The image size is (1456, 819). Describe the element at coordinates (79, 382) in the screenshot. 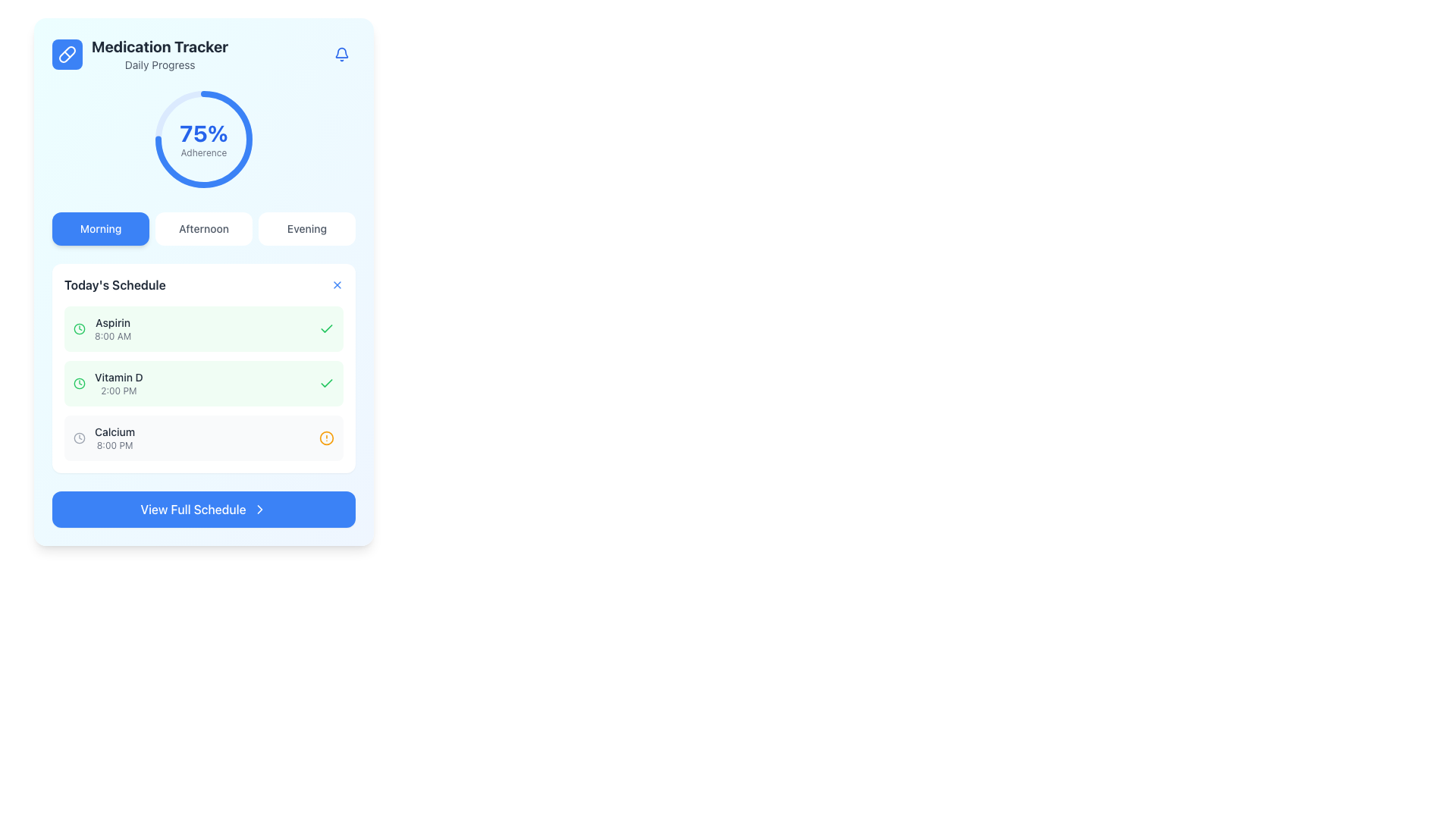

I see `the circular status indicator within the SVG graphic for the 'Calcium 8:00 PM' item in the 'Today's Schedule' section` at that location.